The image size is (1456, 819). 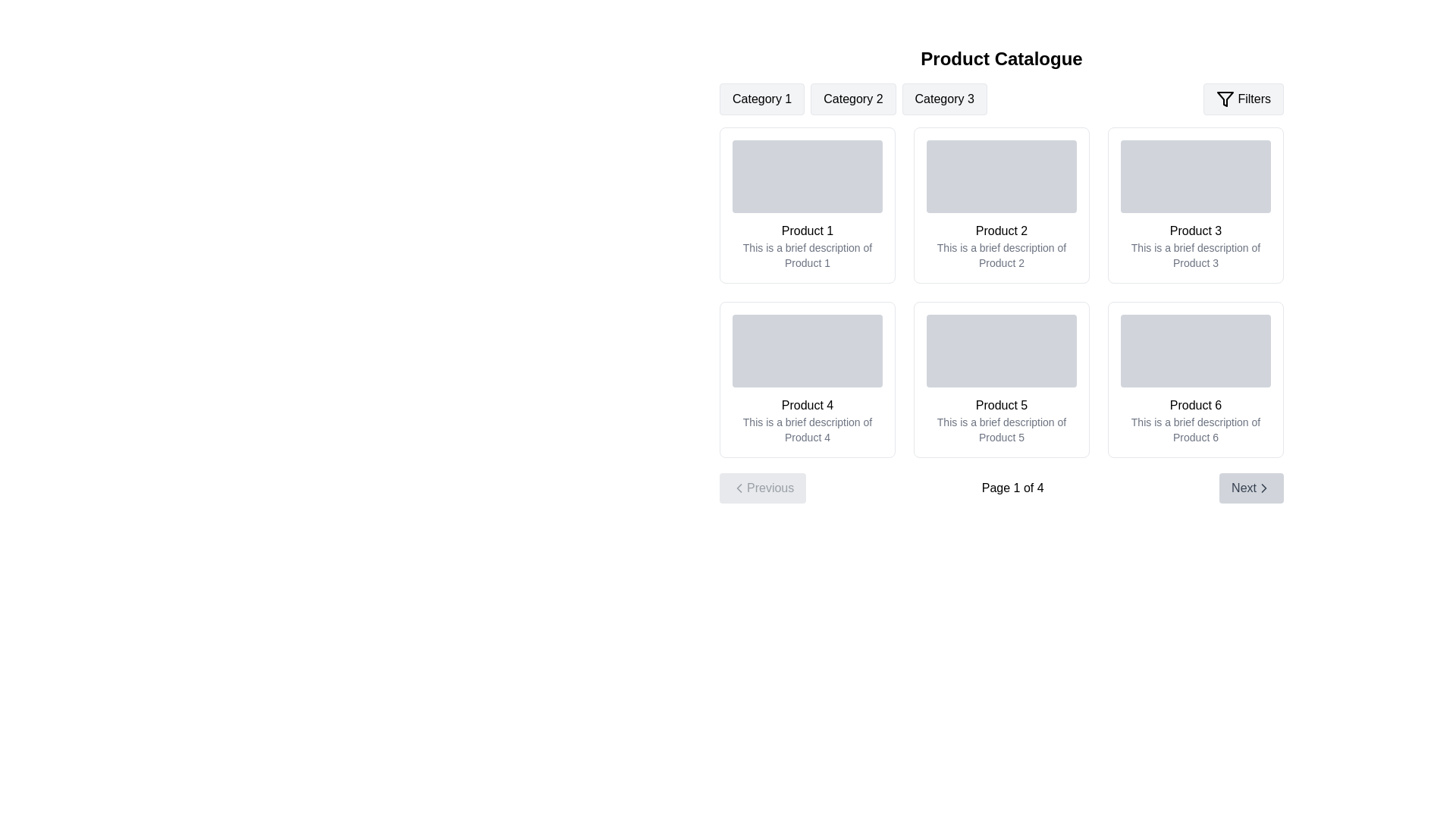 I want to click on the text label displaying 'Product 4' for accessibility purposes, so click(x=807, y=405).